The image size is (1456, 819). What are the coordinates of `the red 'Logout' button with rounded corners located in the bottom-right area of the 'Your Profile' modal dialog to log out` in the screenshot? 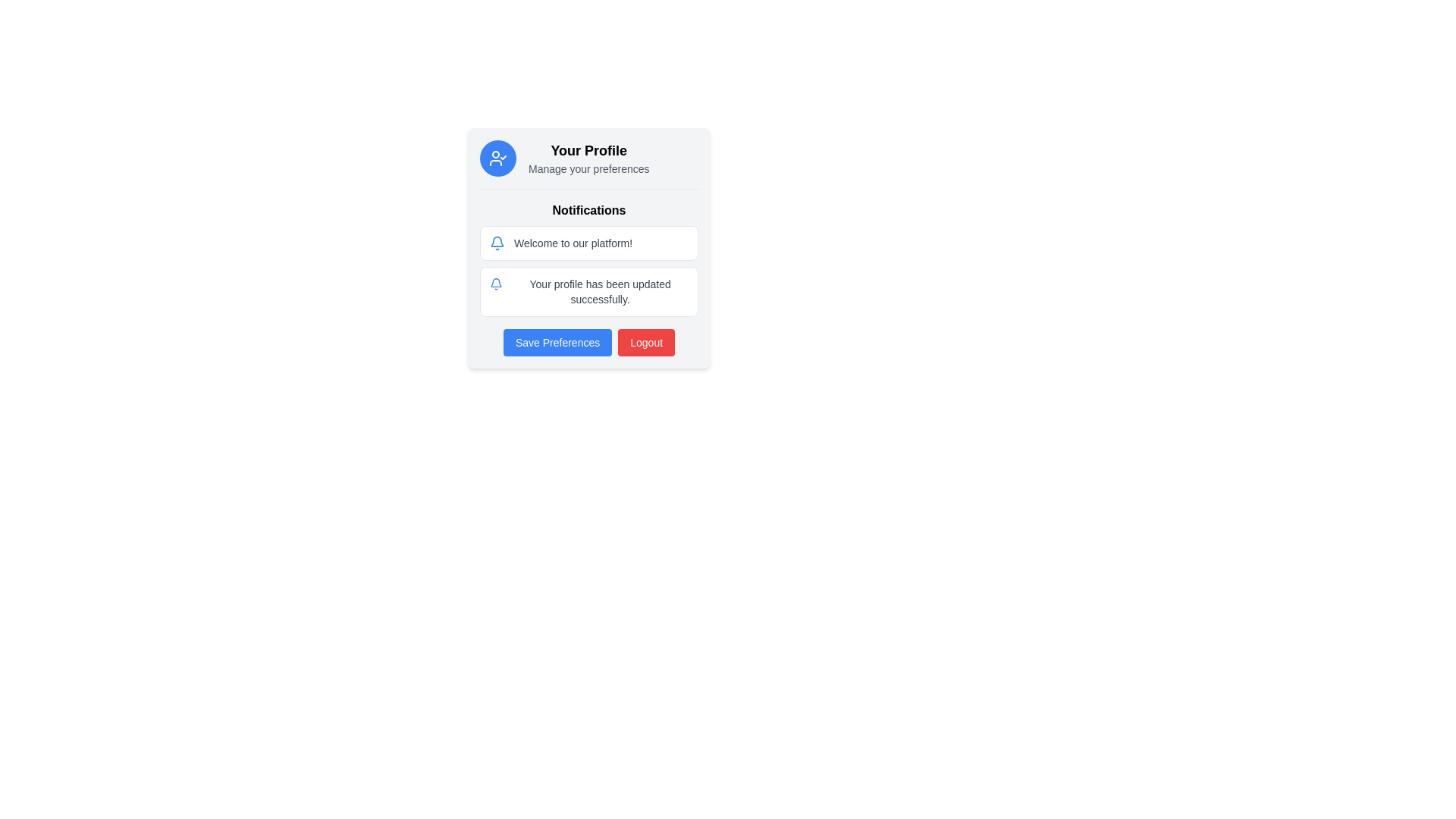 It's located at (646, 342).